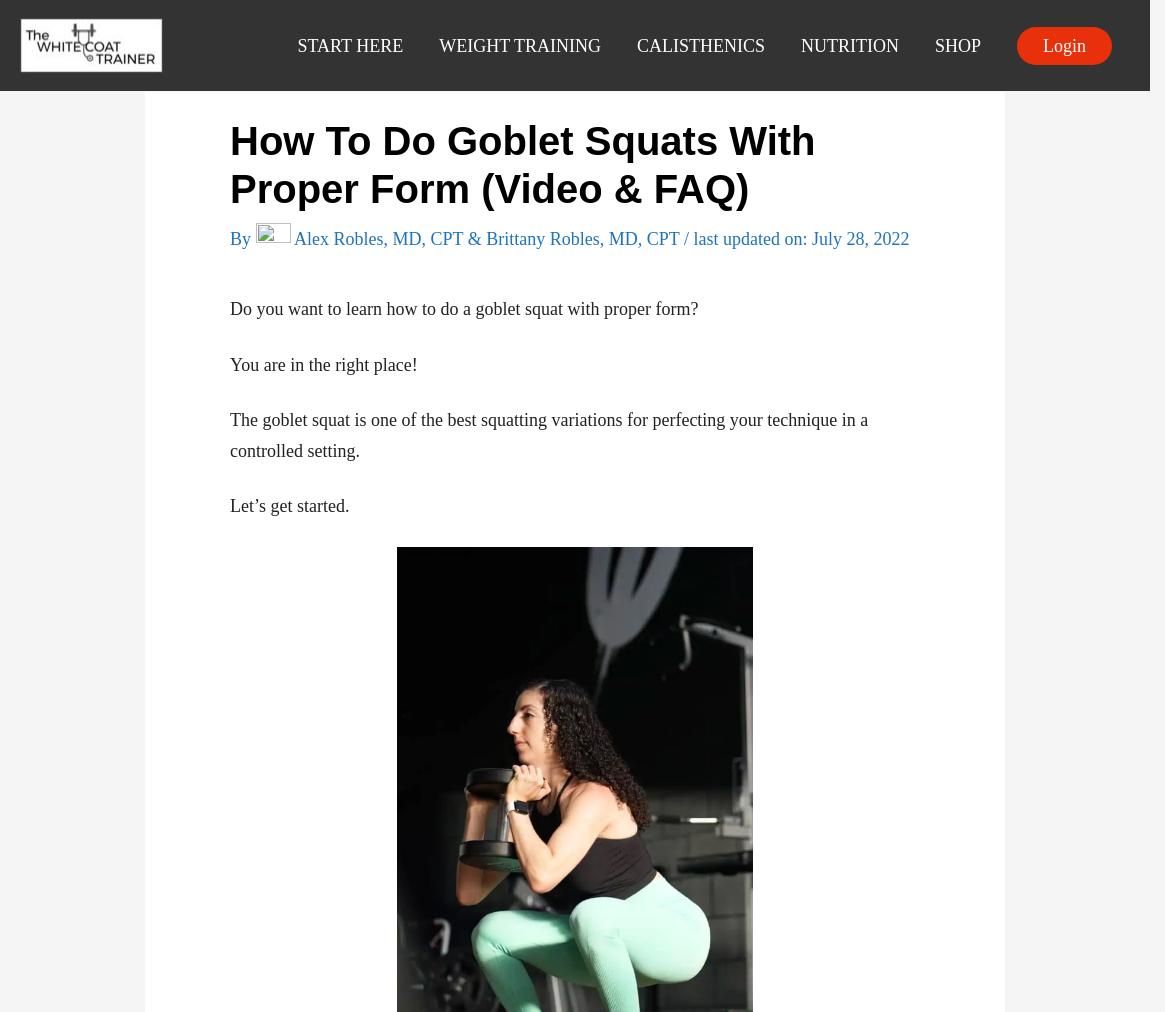  What do you see at coordinates (464, 307) in the screenshot?
I see `'Do you want to learn how to do a goblet squat with proper form?'` at bounding box center [464, 307].